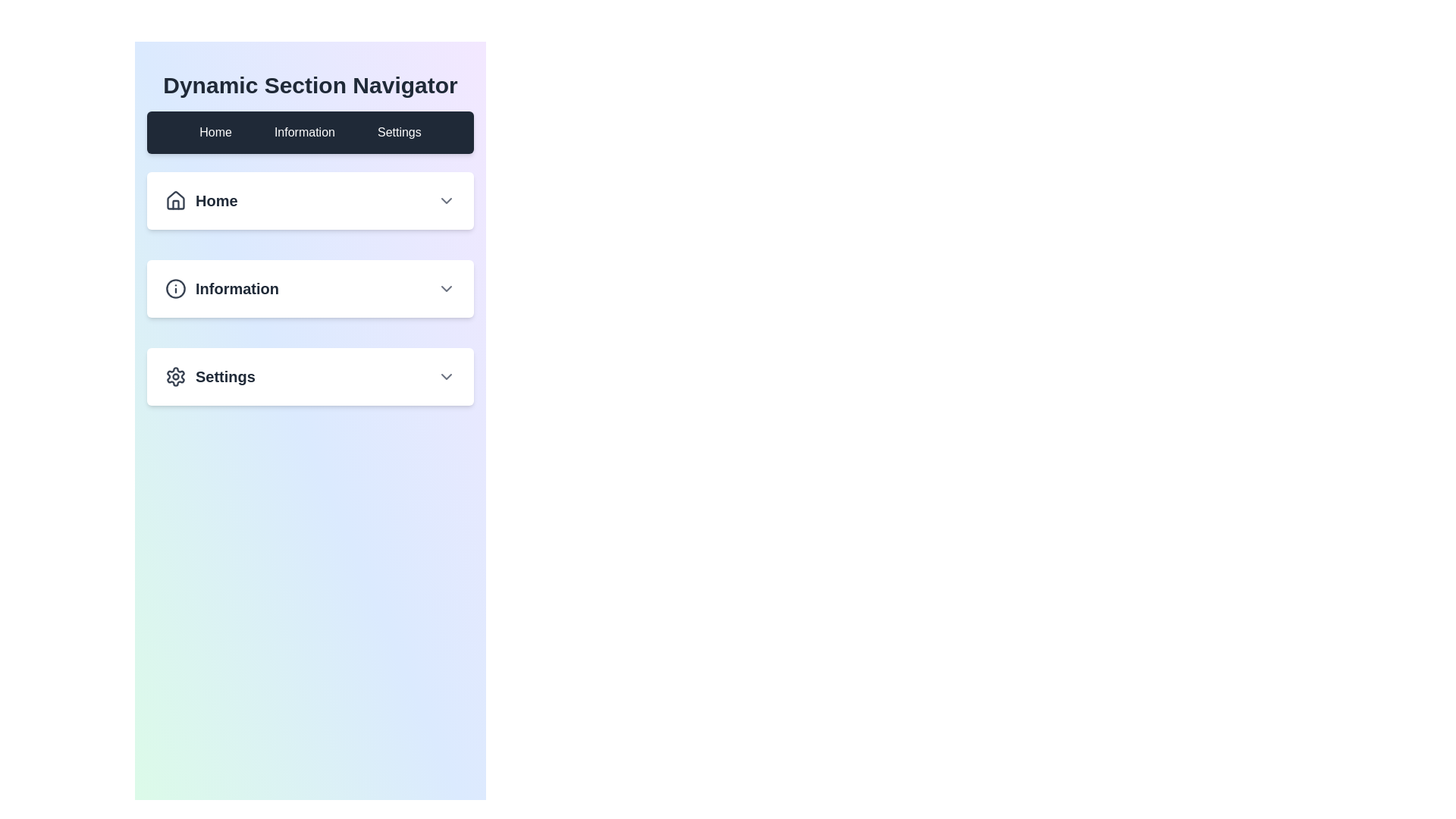 The height and width of the screenshot is (819, 1456). I want to click on the 'Information' icon located in the second section of the vertical menu, positioned directly to the left of the text 'Information', so click(175, 289).